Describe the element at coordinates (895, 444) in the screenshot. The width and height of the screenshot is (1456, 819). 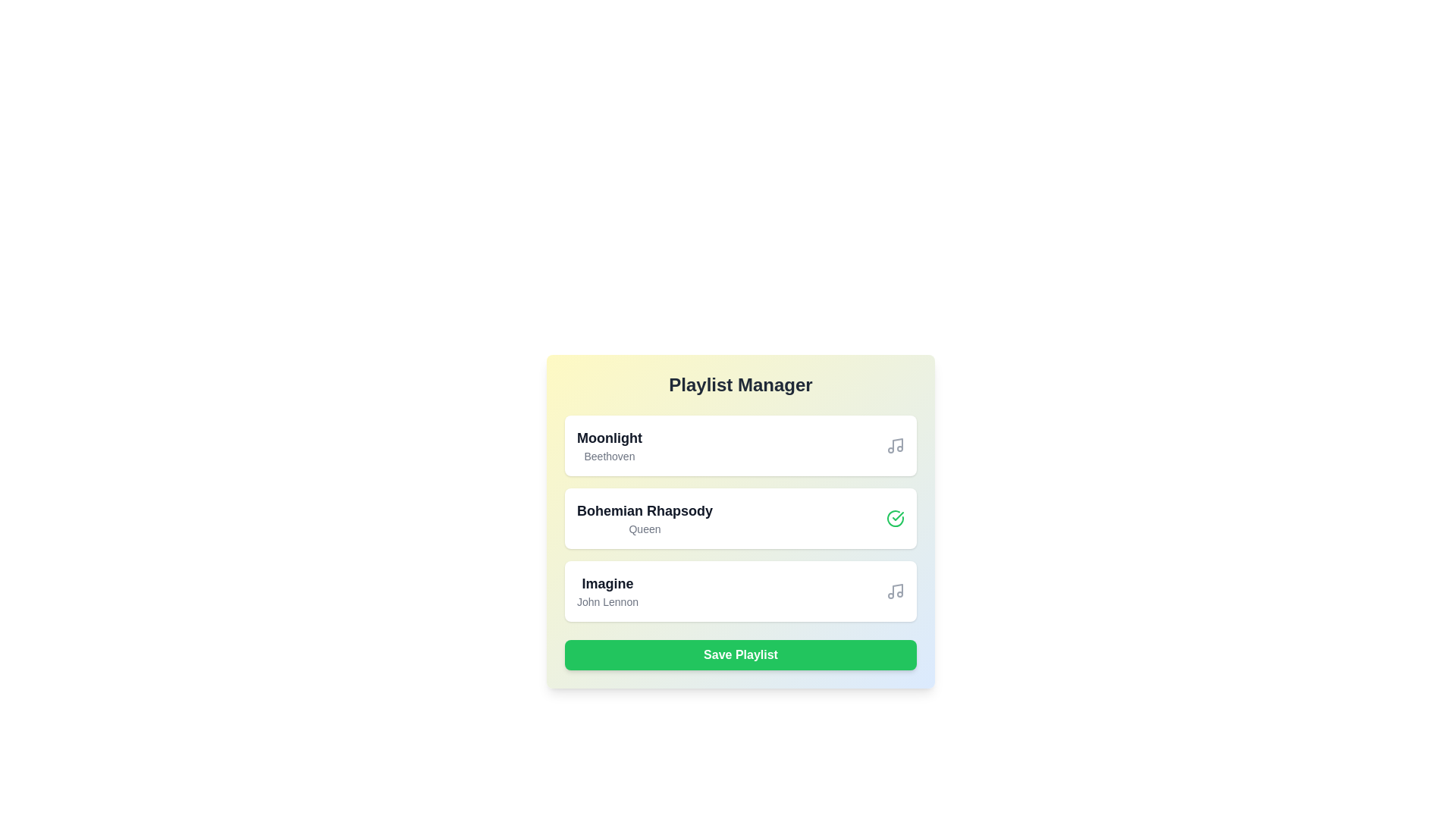
I see `the icon for the song titled Moonlight` at that location.